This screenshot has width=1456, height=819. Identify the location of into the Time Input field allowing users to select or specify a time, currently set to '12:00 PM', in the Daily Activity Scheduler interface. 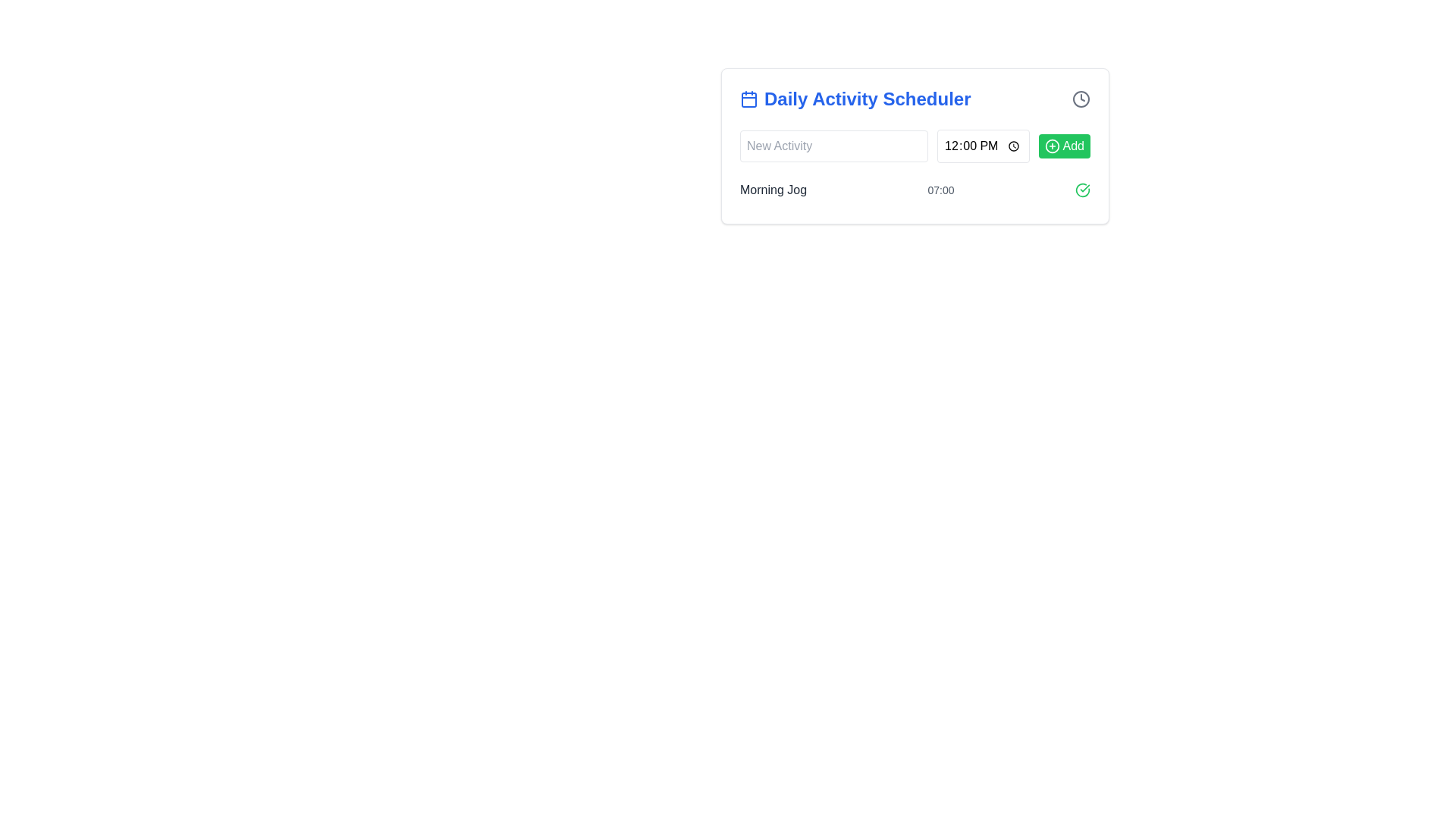
(983, 146).